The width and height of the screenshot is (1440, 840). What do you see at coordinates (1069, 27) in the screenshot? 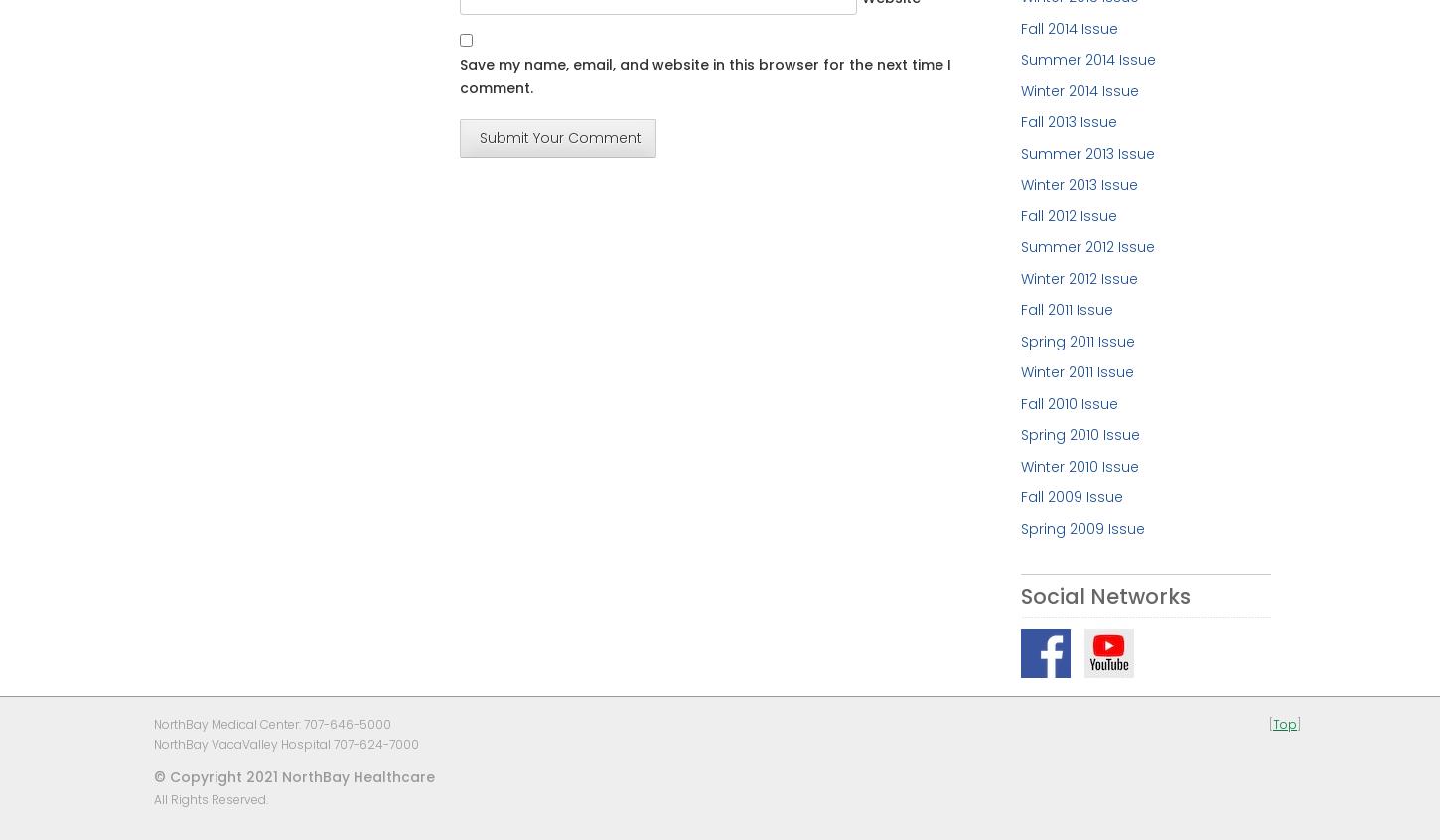
I see `'Fall 2014 Issue'` at bounding box center [1069, 27].